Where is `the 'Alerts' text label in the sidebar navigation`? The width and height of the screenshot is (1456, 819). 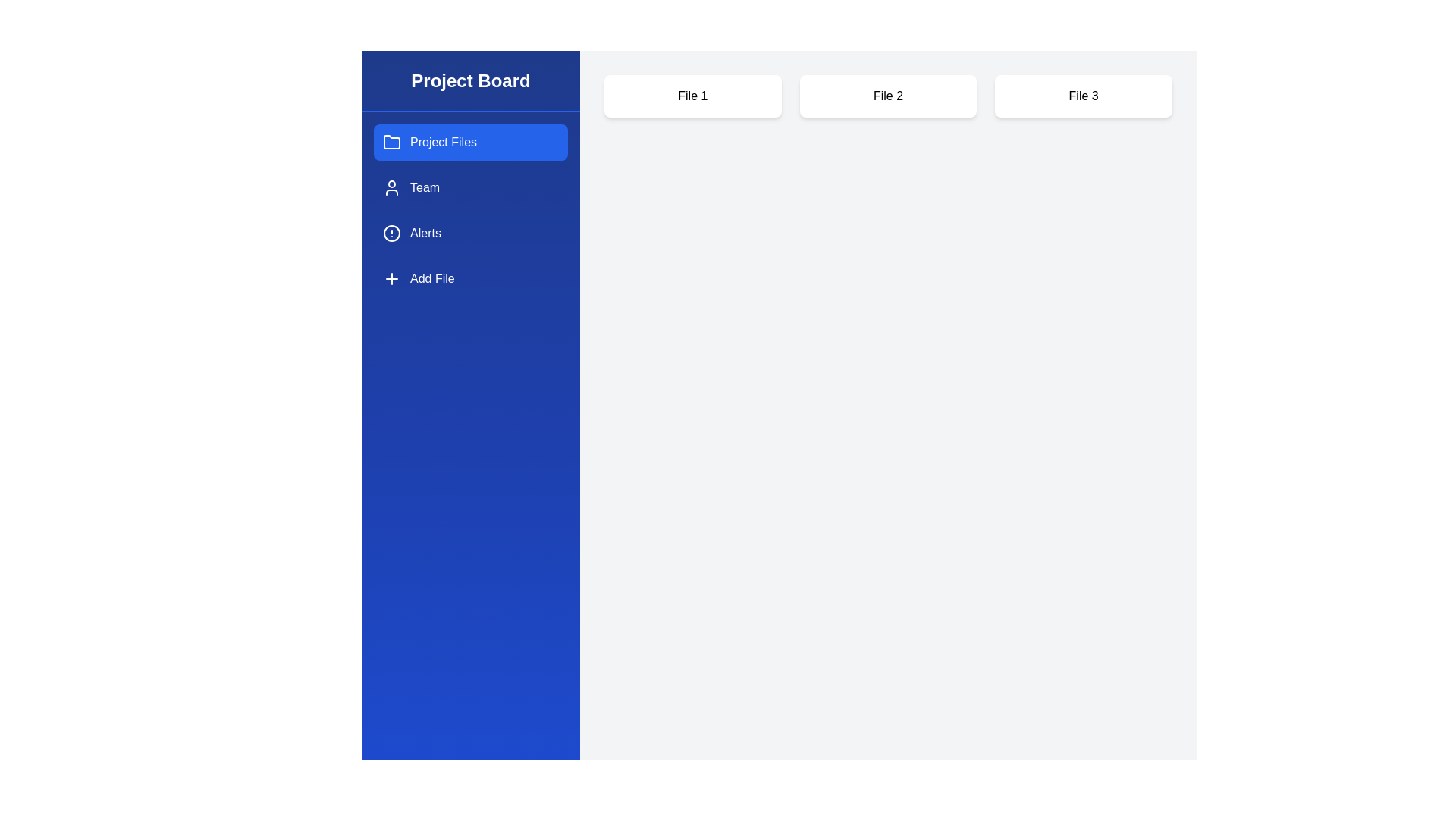 the 'Alerts' text label in the sidebar navigation is located at coordinates (425, 234).